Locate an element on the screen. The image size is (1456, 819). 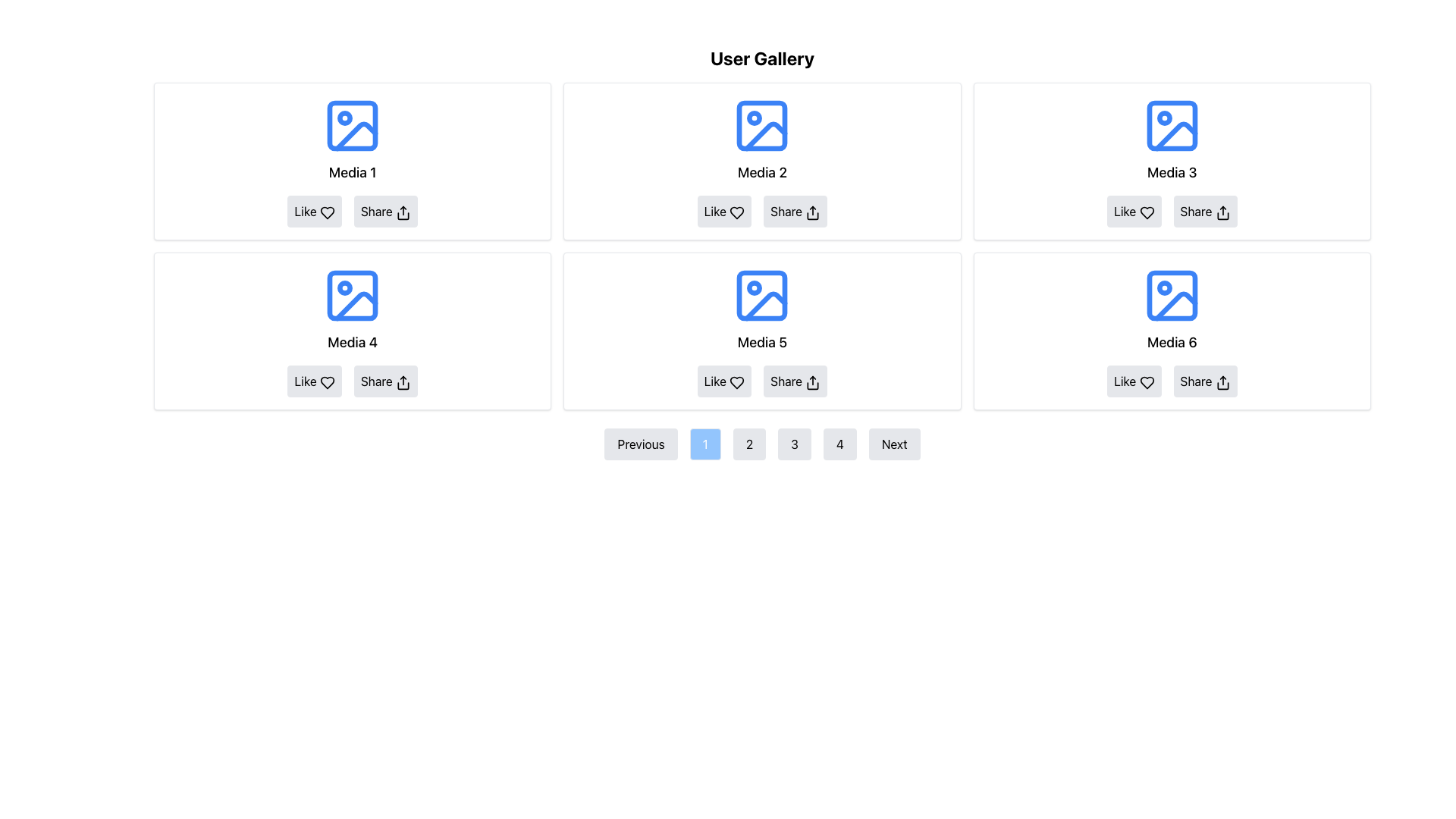
the 'like' button located directly below the image labeled 'Media 3' in the third column of the top row, which is the leftmost button among the two buttons aligned under 'Media 3' is located at coordinates (1134, 211).